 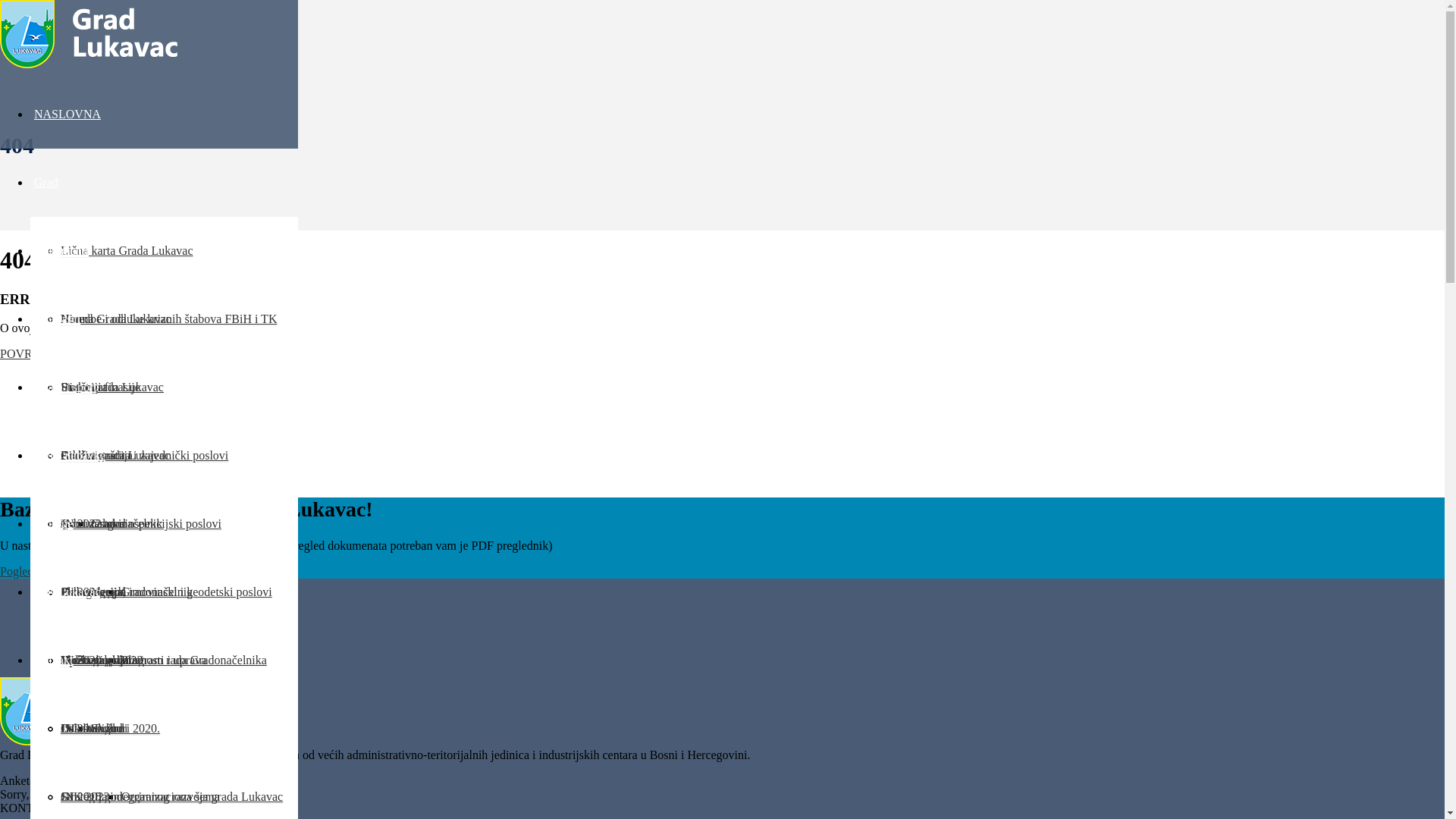 I want to click on 'Grad', so click(x=46, y=181).